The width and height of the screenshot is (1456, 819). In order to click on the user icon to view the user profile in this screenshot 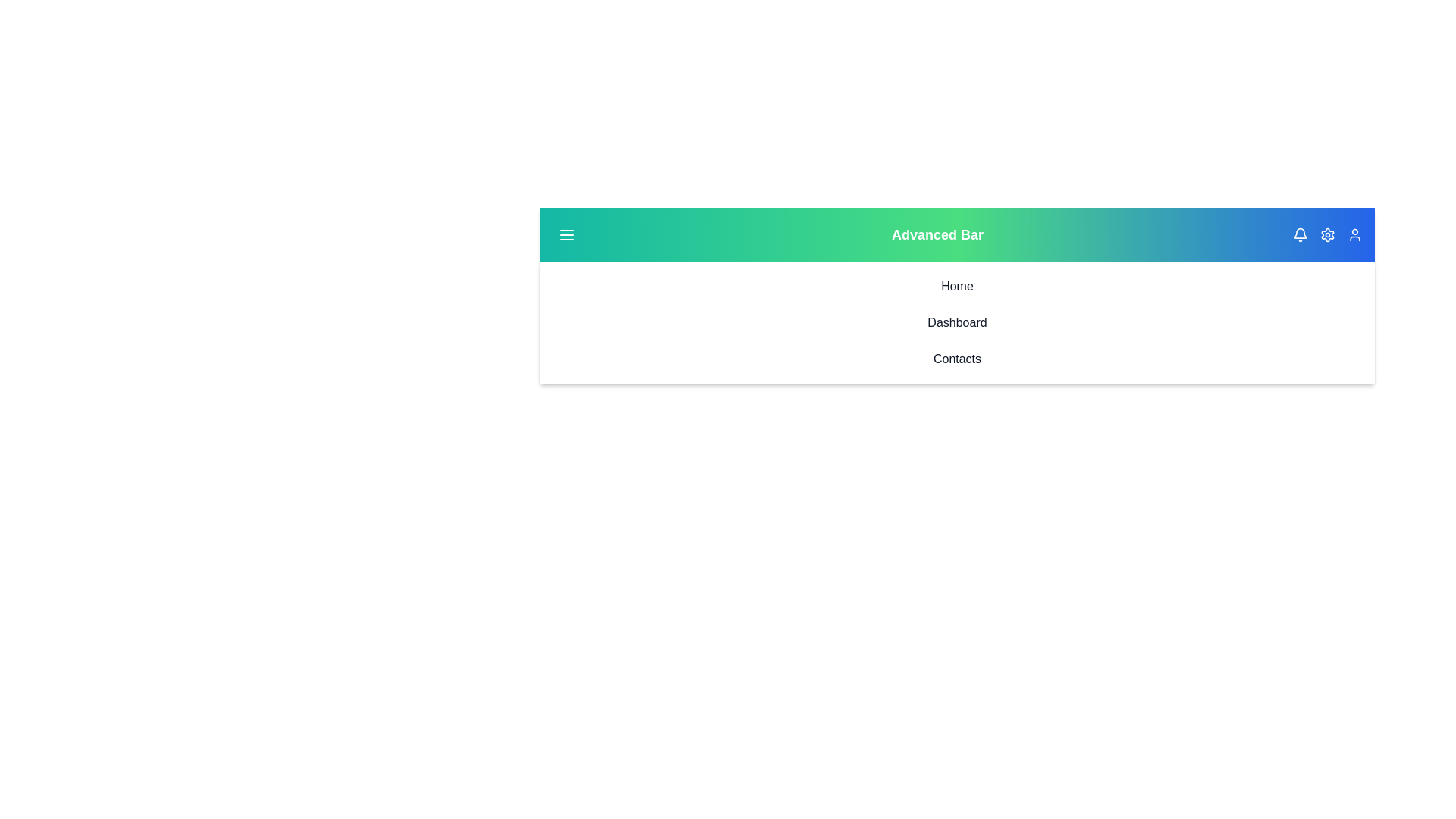, I will do `click(1354, 234)`.